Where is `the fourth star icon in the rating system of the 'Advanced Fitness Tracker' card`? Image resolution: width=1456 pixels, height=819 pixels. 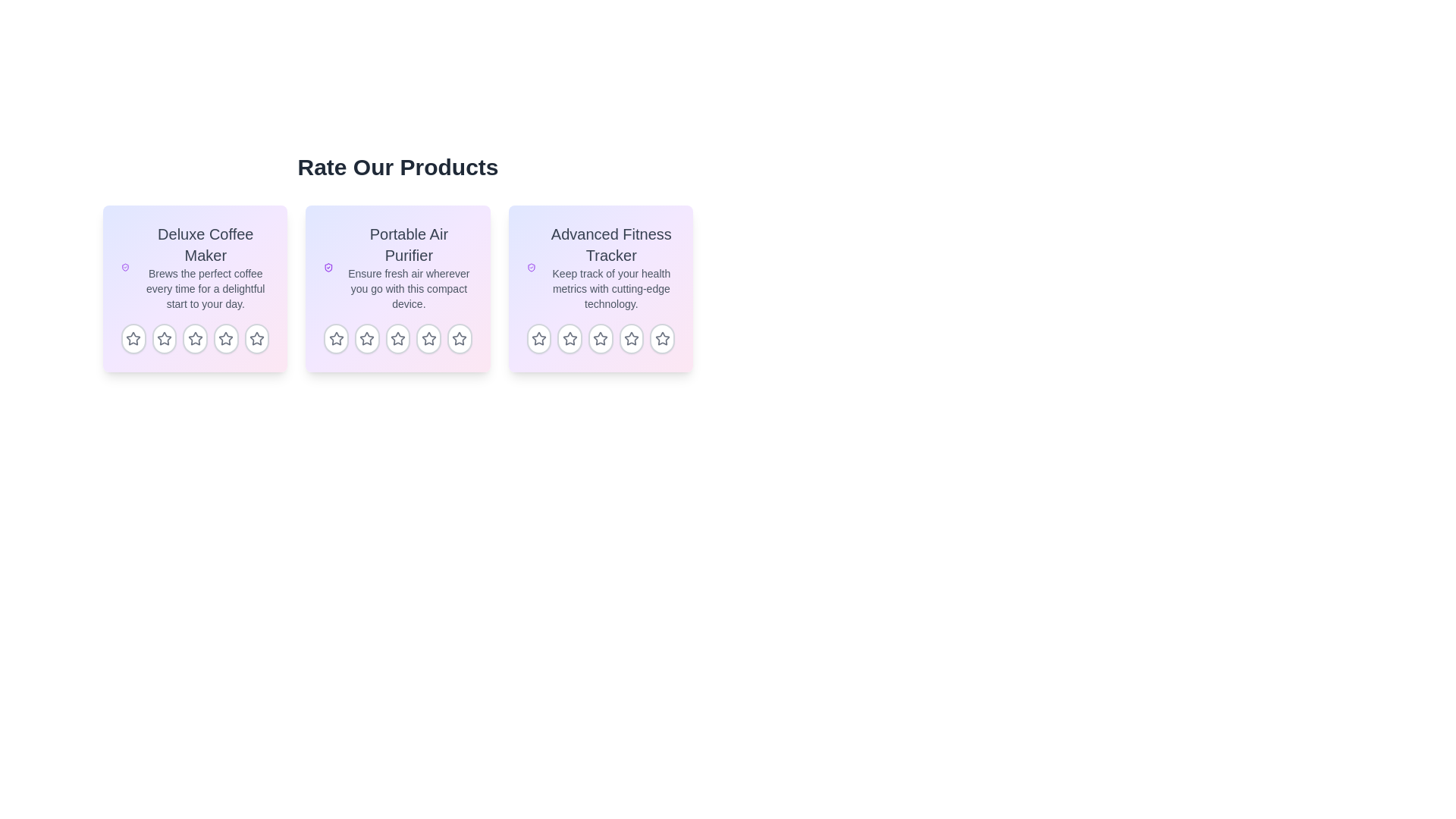 the fourth star icon in the rating system of the 'Advanced Fitness Tracker' card is located at coordinates (600, 337).